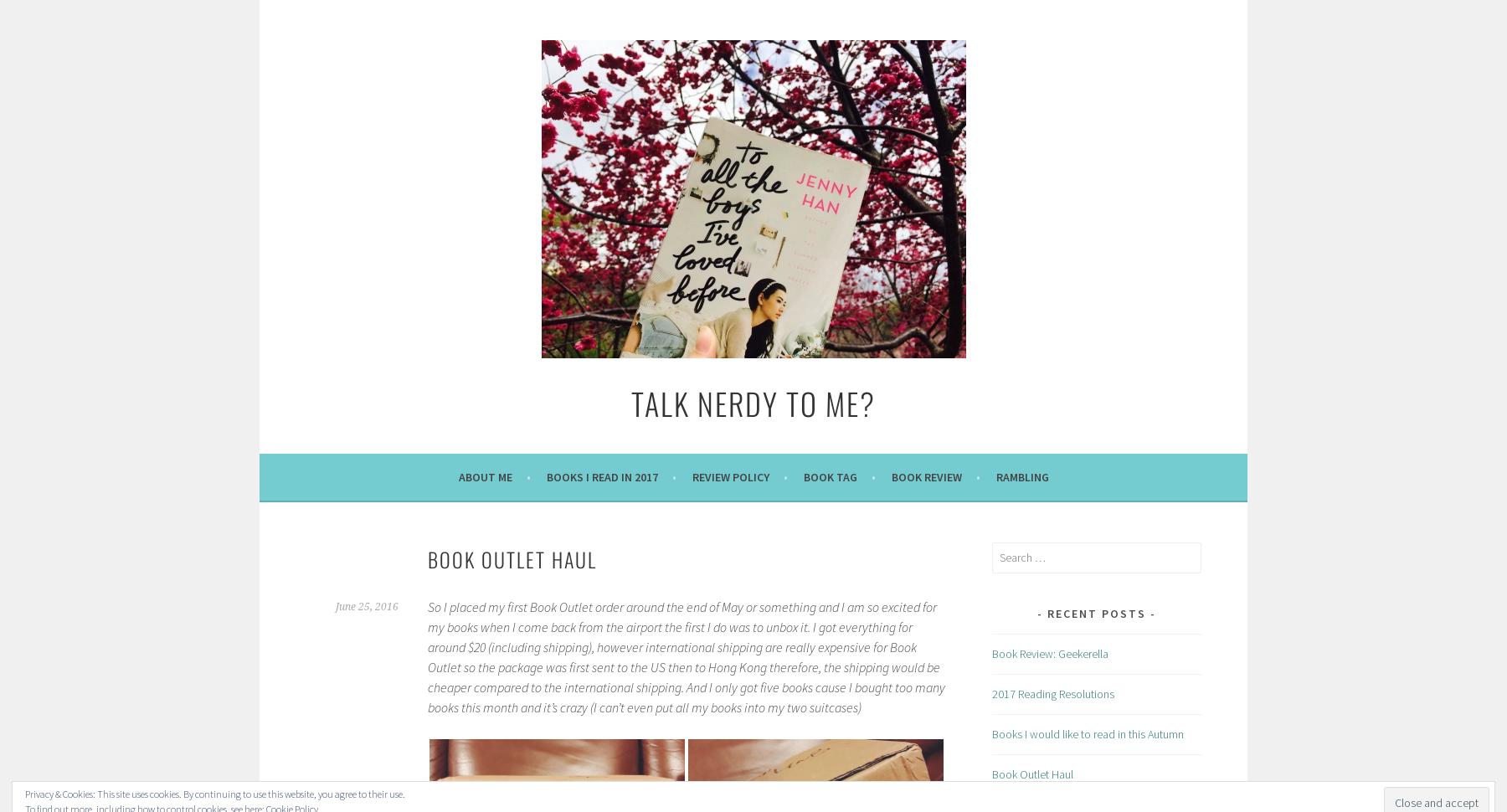 This screenshot has width=1507, height=812. What do you see at coordinates (802, 475) in the screenshot?
I see `'Book Tag'` at bounding box center [802, 475].